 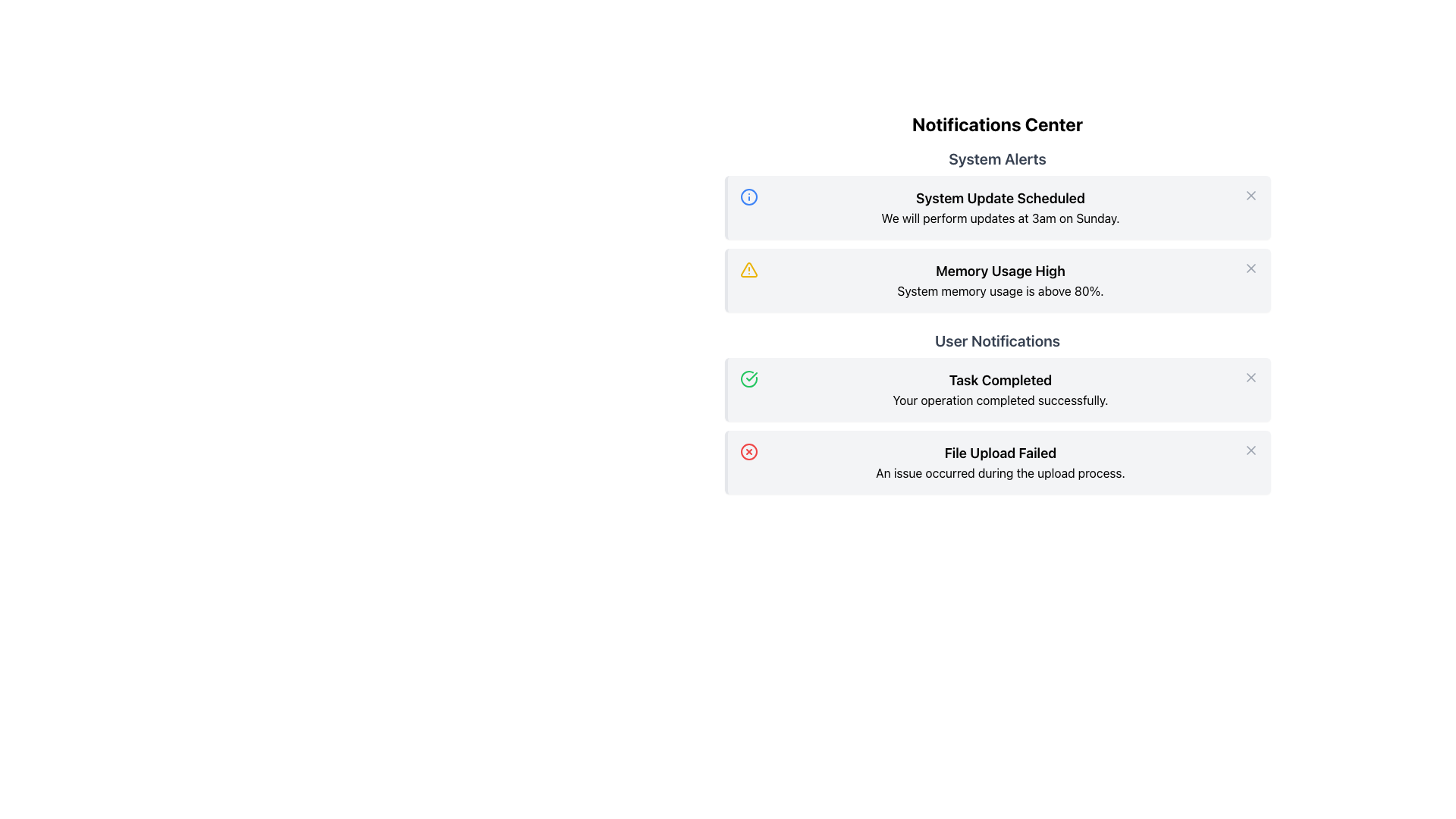 What do you see at coordinates (1000, 271) in the screenshot?
I see `the text label that displays 'Memory Usage High', which is styled in bold black font and located in the middle section under 'System Alerts'` at bounding box center [1000, 271].